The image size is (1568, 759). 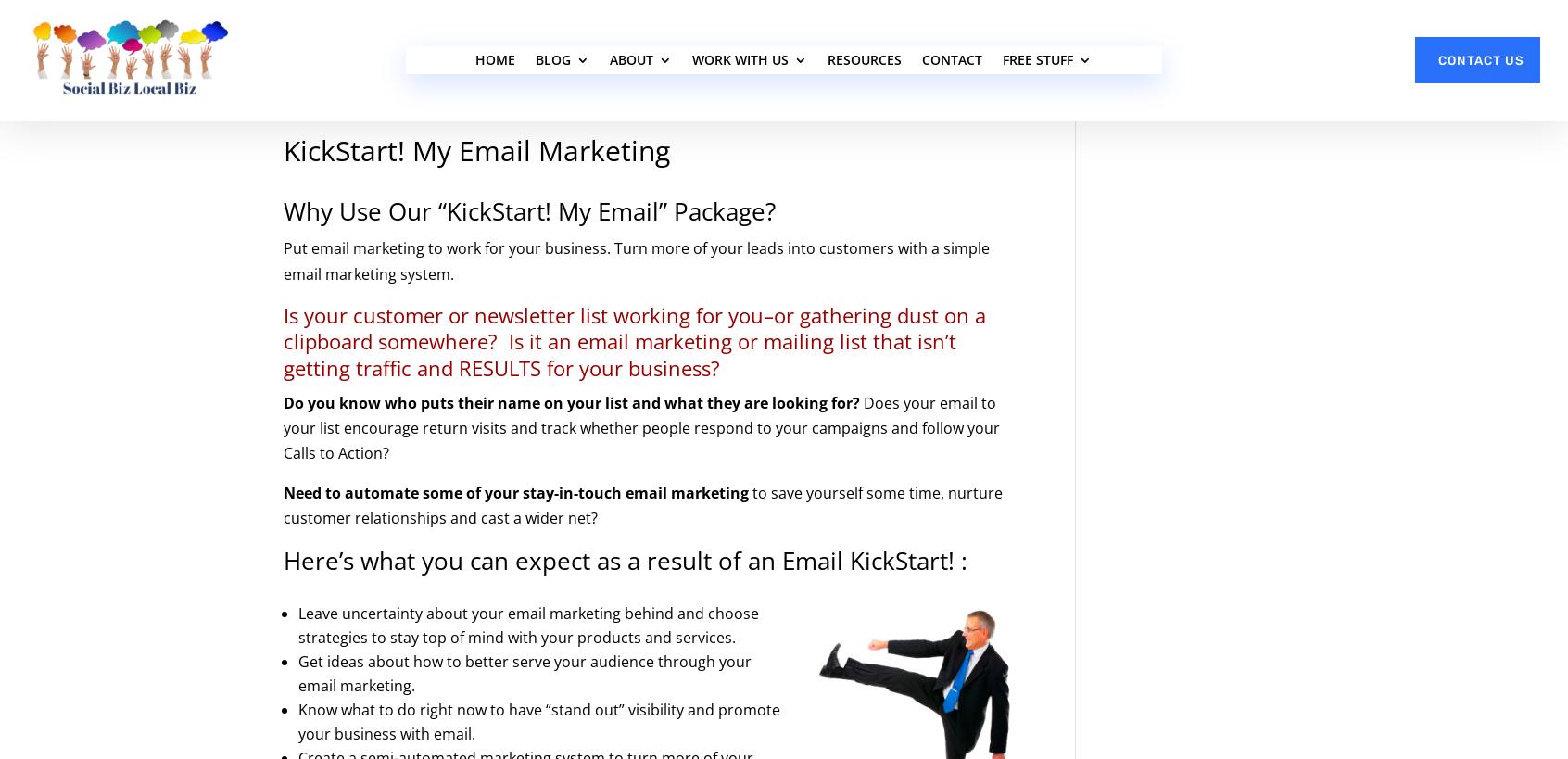 What do you see at coordinates (538, 722) in the screenshot?
I see `'Know what to do right now to have “stand out” visibility and promote your business with email.'` at bounding box center [538, 722].